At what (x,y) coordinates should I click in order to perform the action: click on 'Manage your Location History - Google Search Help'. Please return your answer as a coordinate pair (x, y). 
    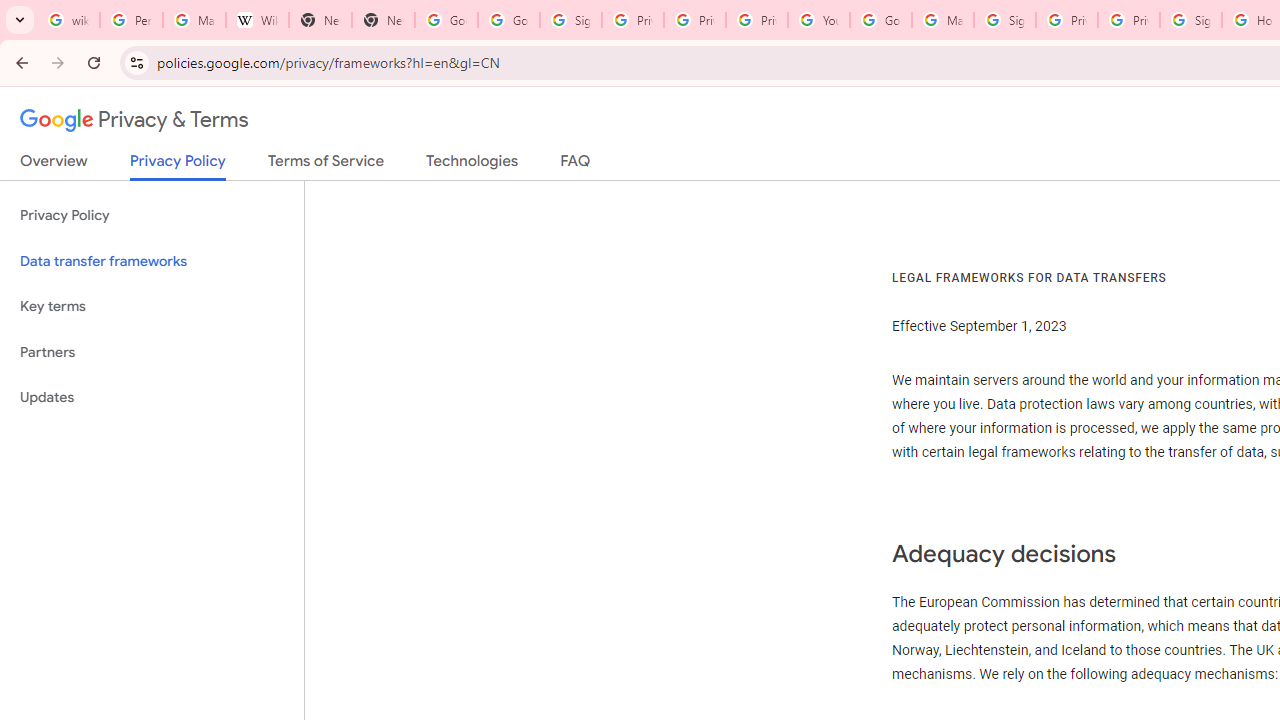
    Looking at the image, I should click on (194, 20).